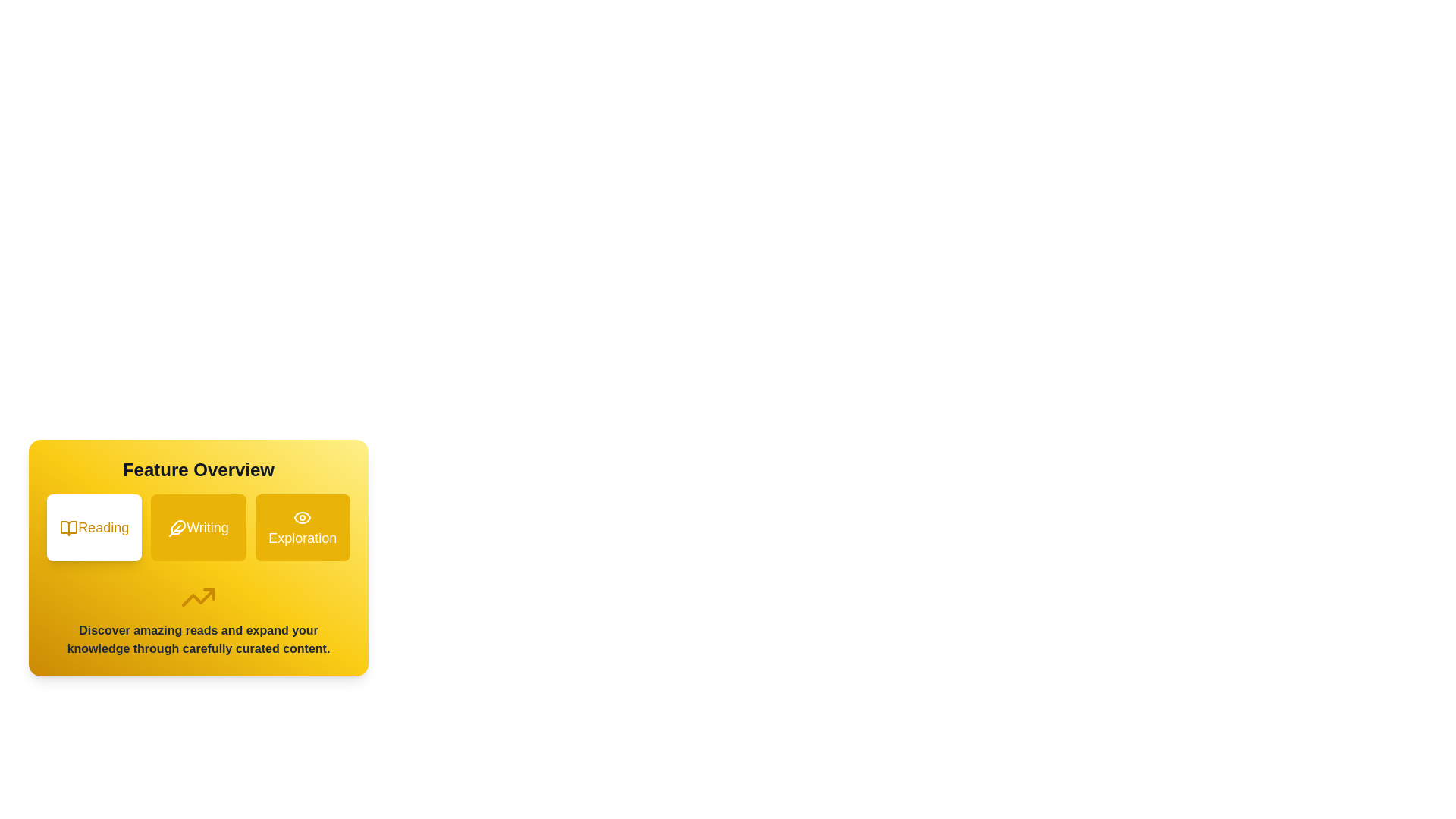 The height and width of the screenshot is (819, 1456). What do you see at coordinates (198, 558) in the screenshot?
I see `the highlighted 'Writing' button within the 'Feature Overview' section` at bounding box center [198, 558].